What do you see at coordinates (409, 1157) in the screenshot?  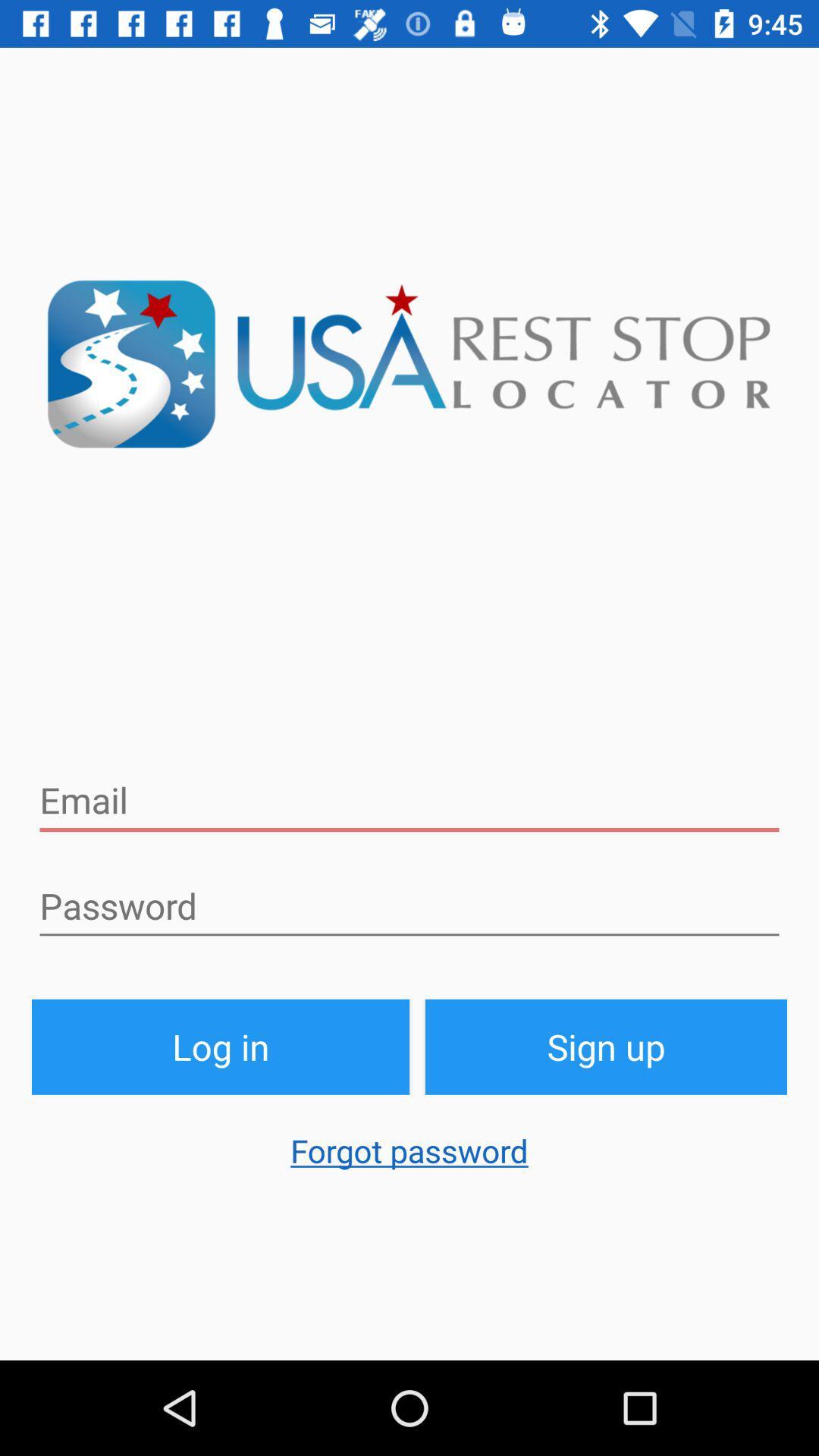 I see `the forgot password icon` at bounding box center [409, 1157].